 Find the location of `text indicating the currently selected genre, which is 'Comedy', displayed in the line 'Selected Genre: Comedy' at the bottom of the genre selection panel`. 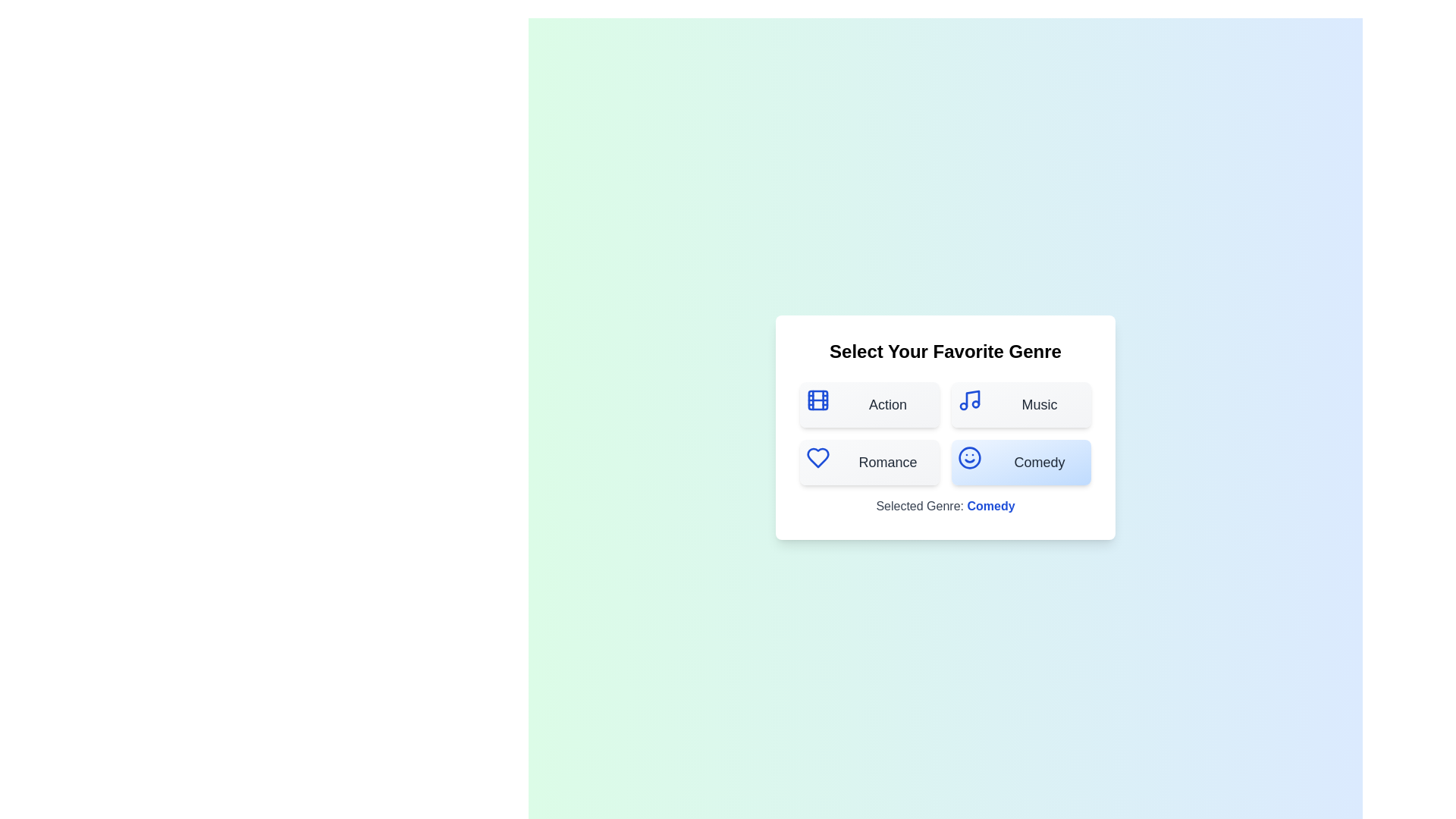

text indicating the currently selected genre, which is 'Comedy', displayed in the line 'Selected Genre: Comedy' at the bottom of the genre selection panel is located at coordinates (990, 506).